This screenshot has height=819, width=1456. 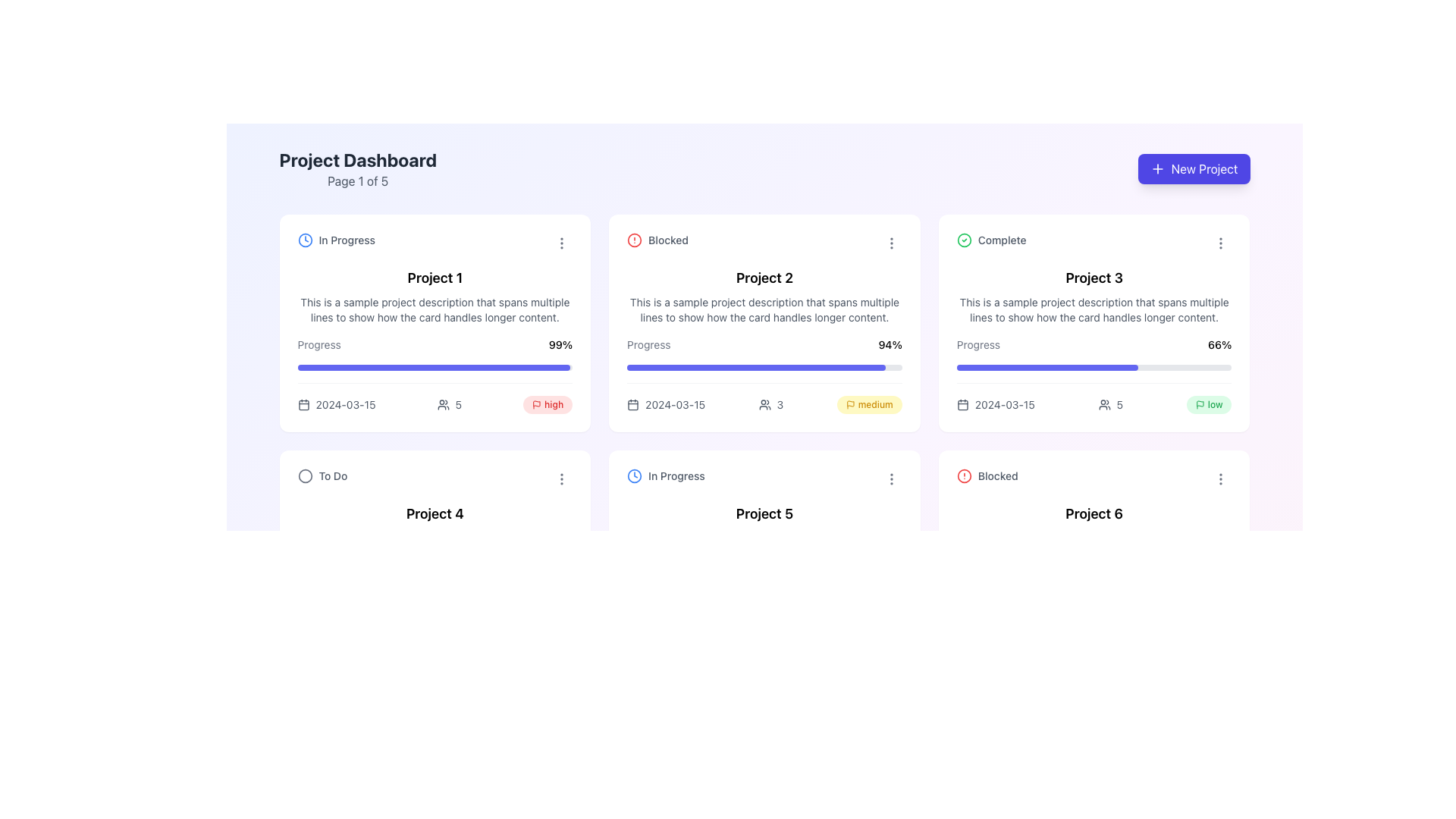 What do you see at coordinates (1221, 479) in the screenshot?
I see `the vertical ellipsis icon located in the top-right corner of the card for 'Project 6'` at bounding box center [1221, 479].